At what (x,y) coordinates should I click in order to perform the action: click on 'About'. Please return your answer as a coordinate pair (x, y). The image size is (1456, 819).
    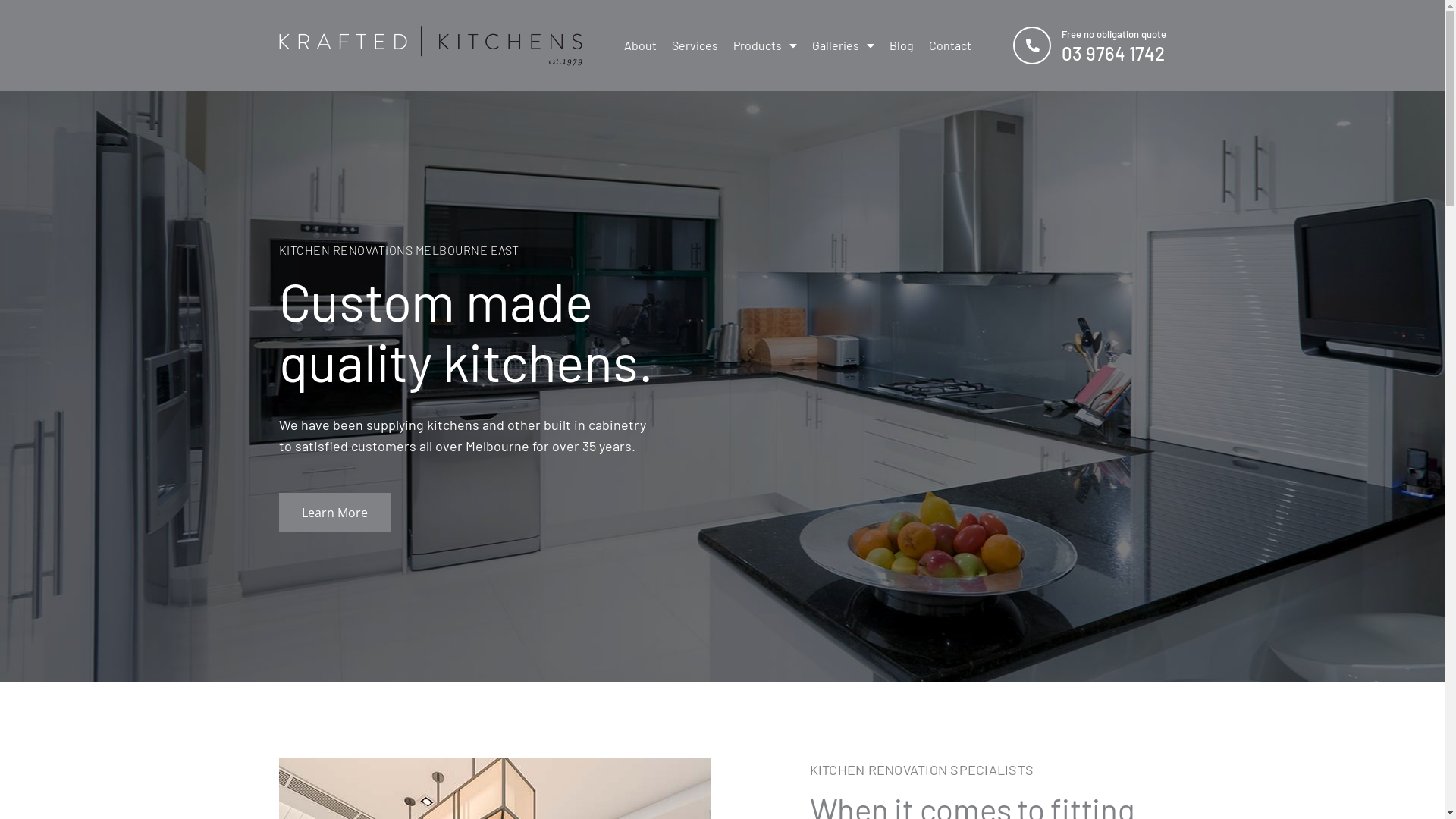
    Looking at the image, I should click on (639, 45).